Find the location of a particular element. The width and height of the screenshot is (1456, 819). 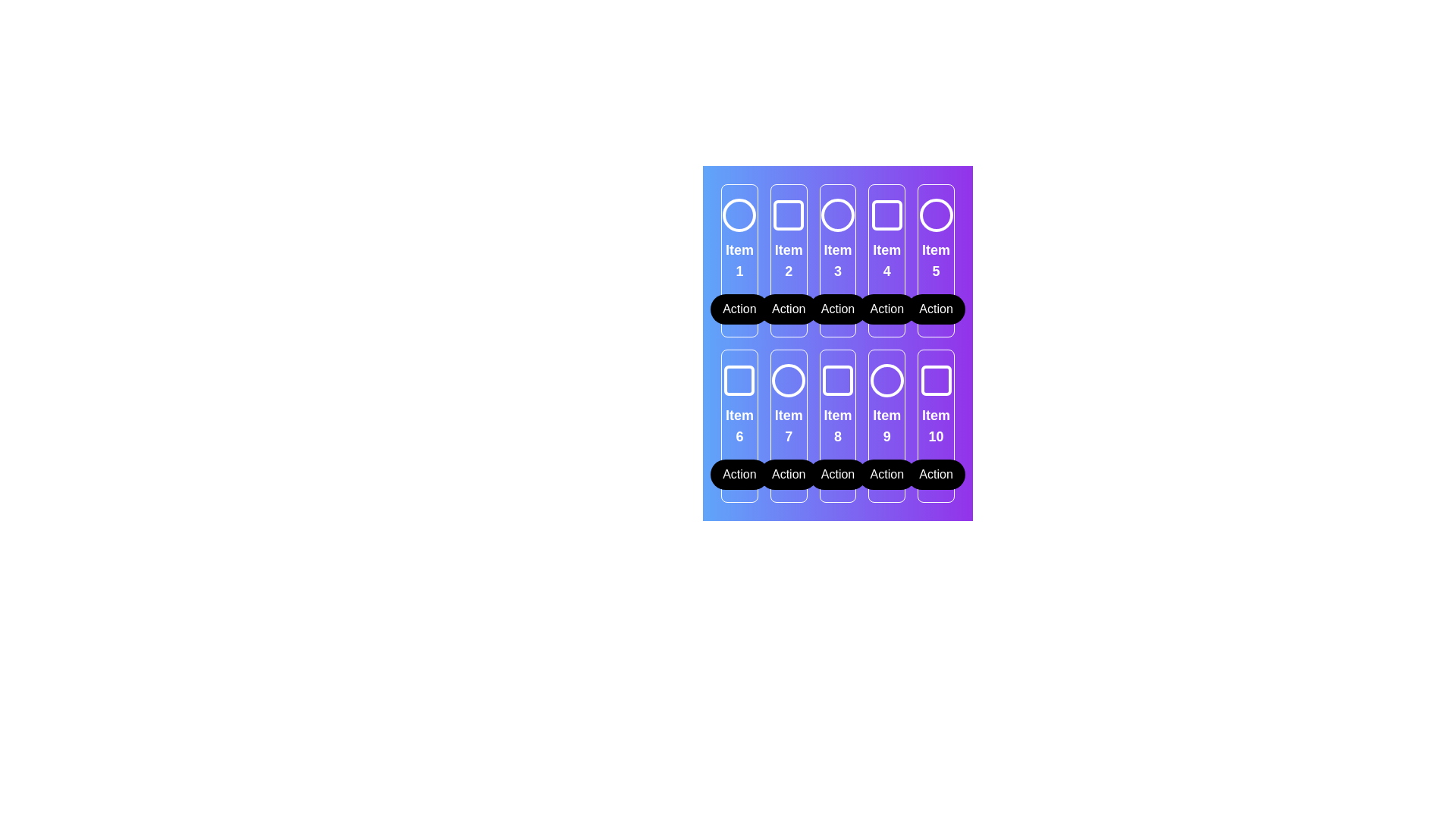

the button located below the 'Item 7' label to change its background color is located at coordinates (789, 473).